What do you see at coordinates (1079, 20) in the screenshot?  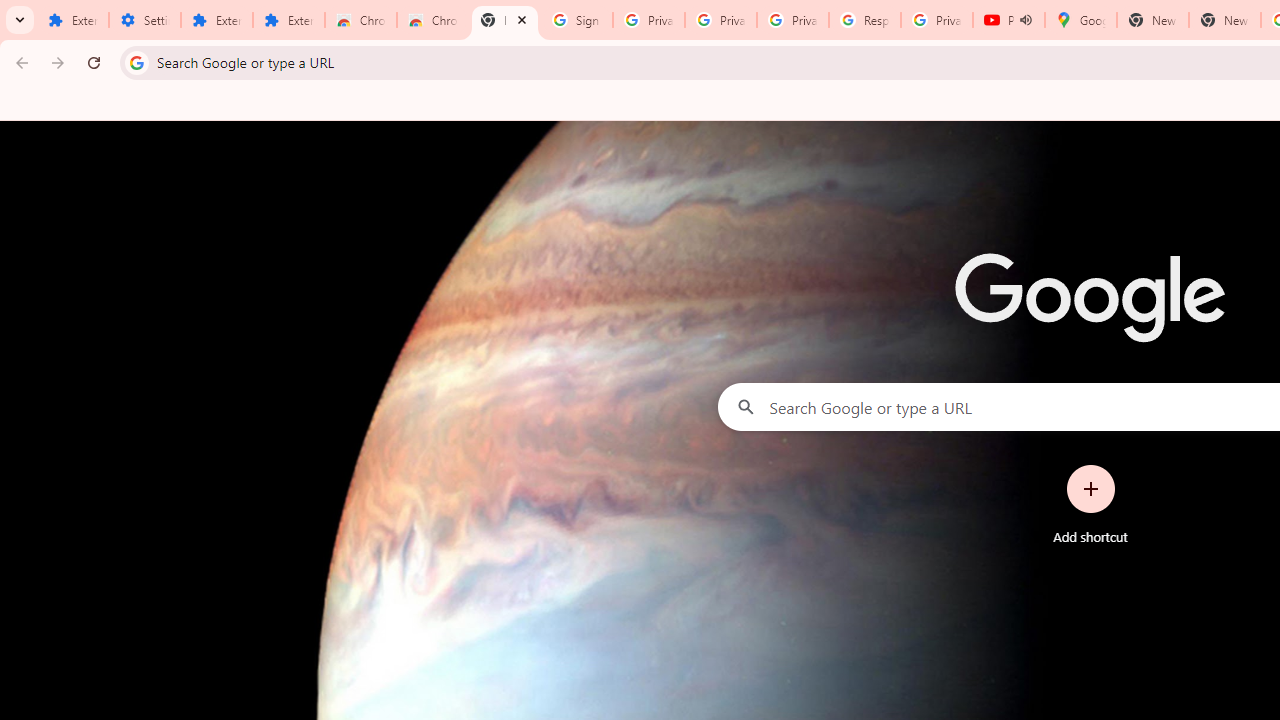 I see `'Google Maps'` at bounding box center [1079, 20].